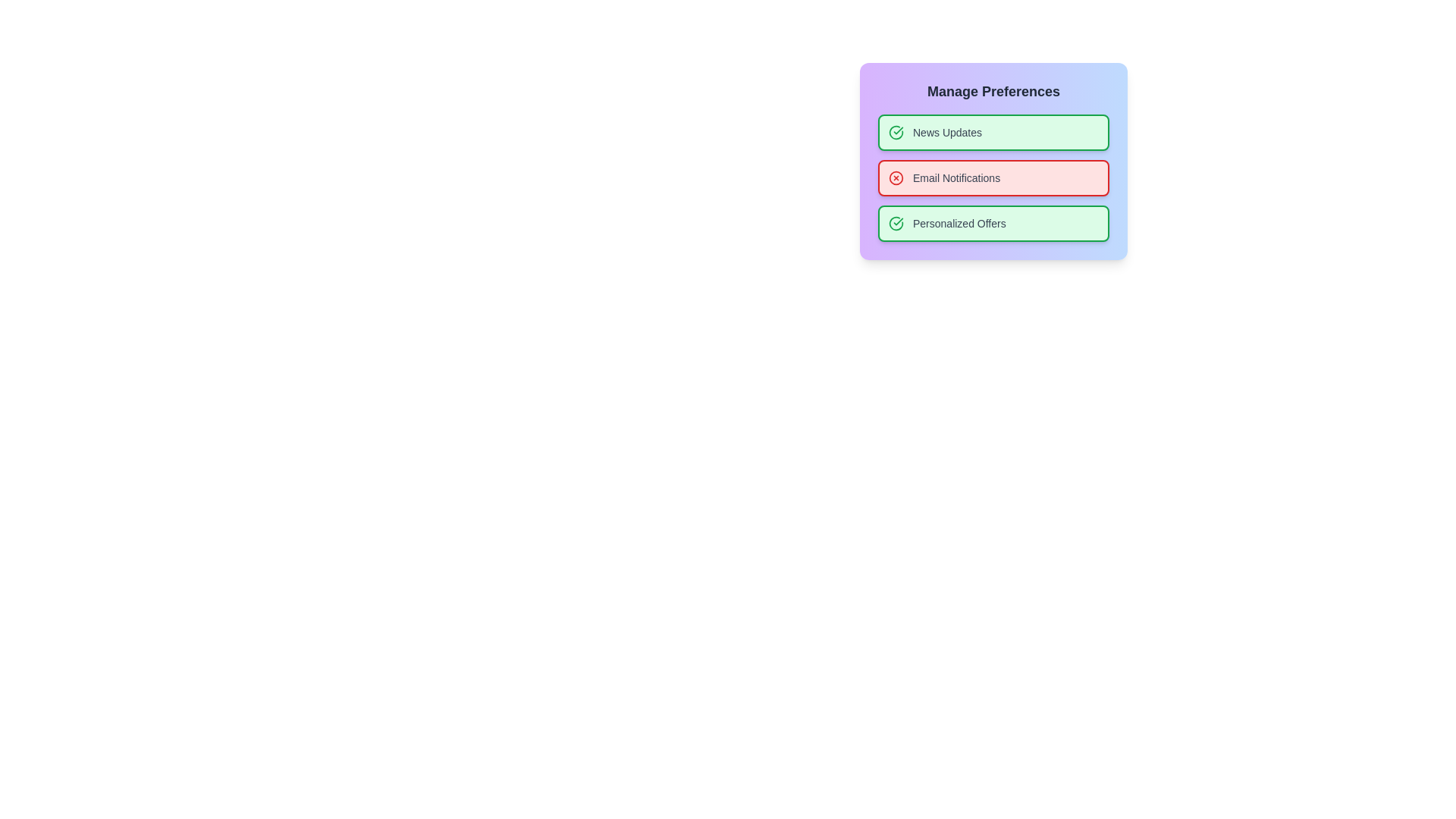 This screenshot has height=819, width=1456. Describe the element at coordinates (993, 223) in the screenshot. I see `the preference item Personalized Offers to toggle its state` at that location.